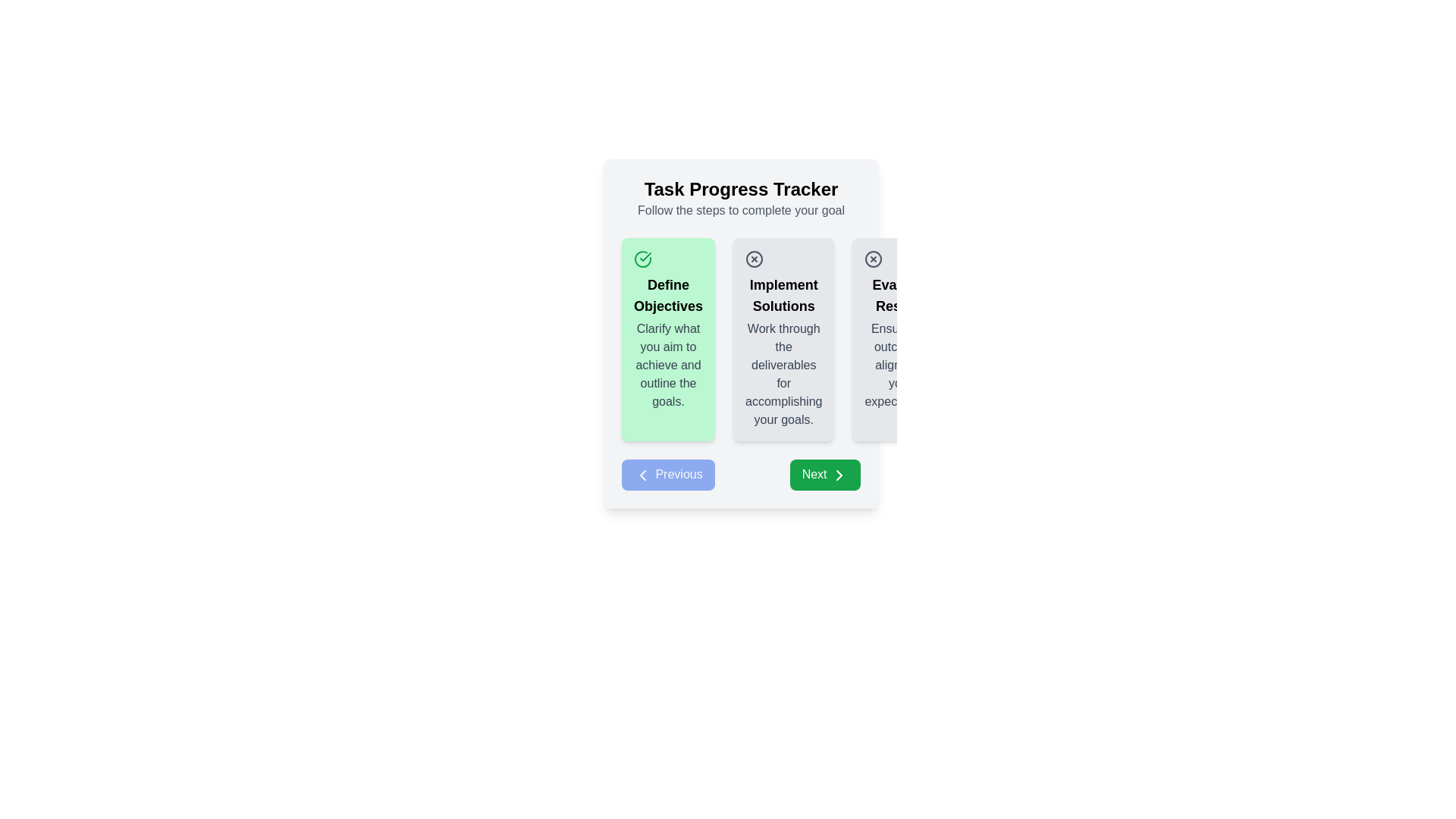  What do you see at coordinates (874, 259) in the screenshot?
I see `the circular graphical component with a solid X shape located in the top-right corner of the 'Evaluate Results' card in the progress tracker layout` at bounding box center [874, 259].